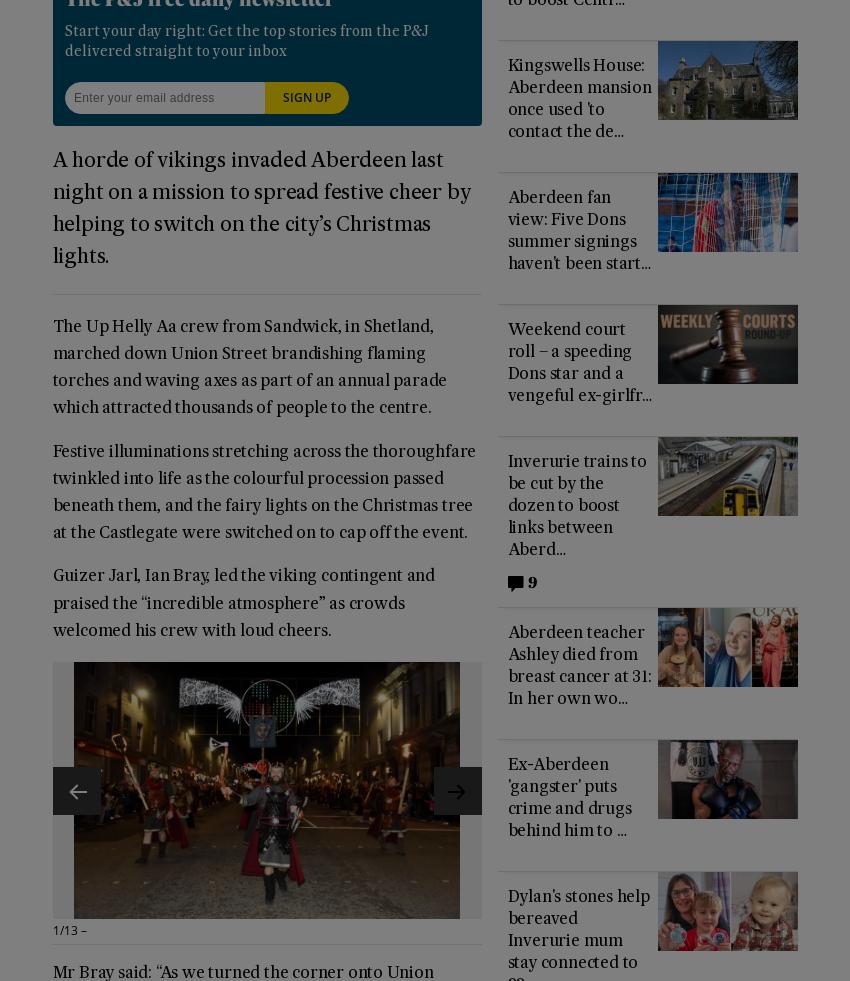  What do you see at coordinates (243, 604) in the screenshot?
I see `'Guizer Jarl, Ian Bray, led the viking contingent and praised the “incredible atmosphere” as crowds welcomed his crew with loud cheers.'` at bounding box center [243, 604].